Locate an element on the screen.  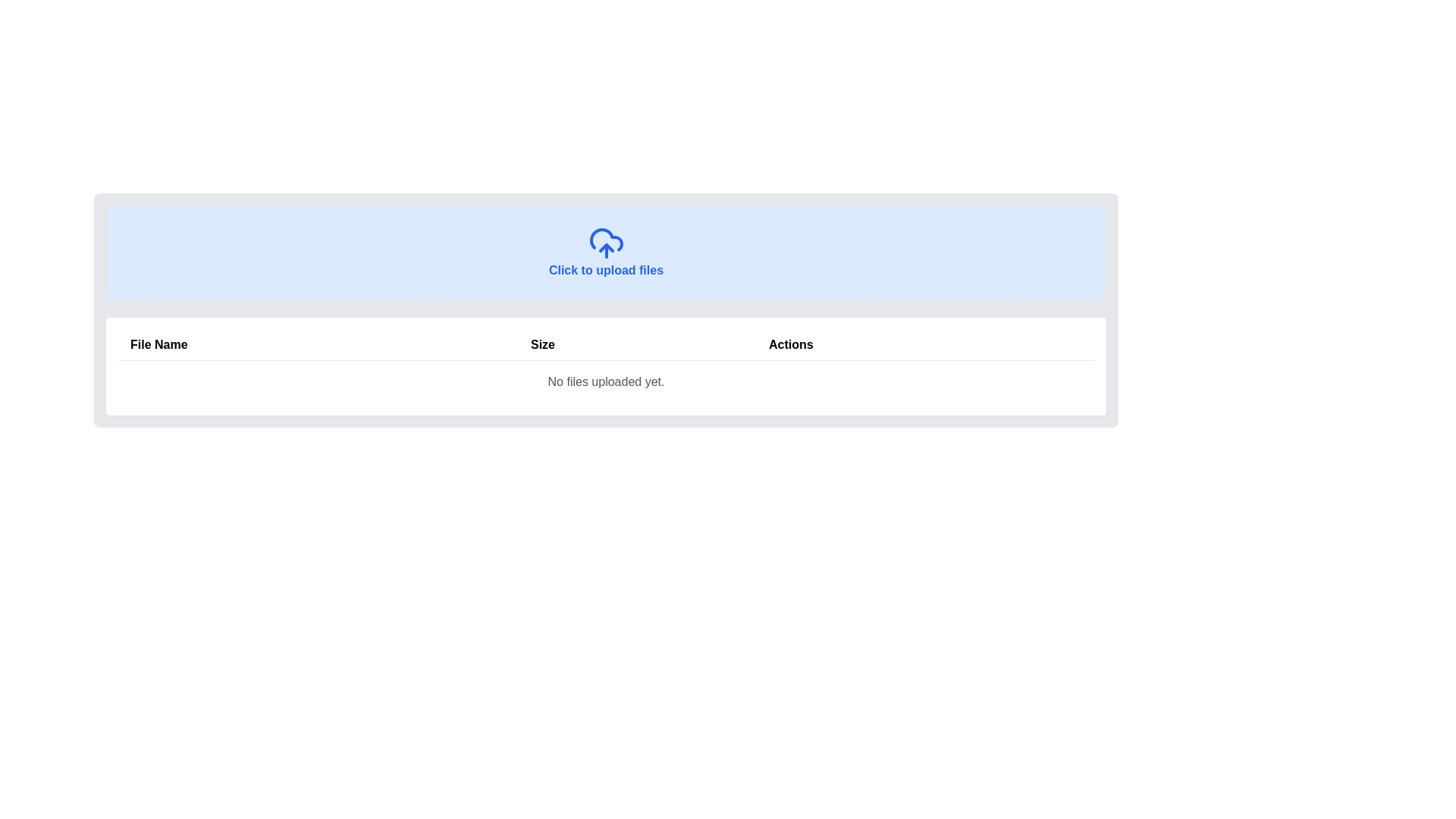
the blue cloud icon with an upward arrow, located centrally above the 'Click to upload files' text, to initiate the upload process is located at coordinates (605, 242).